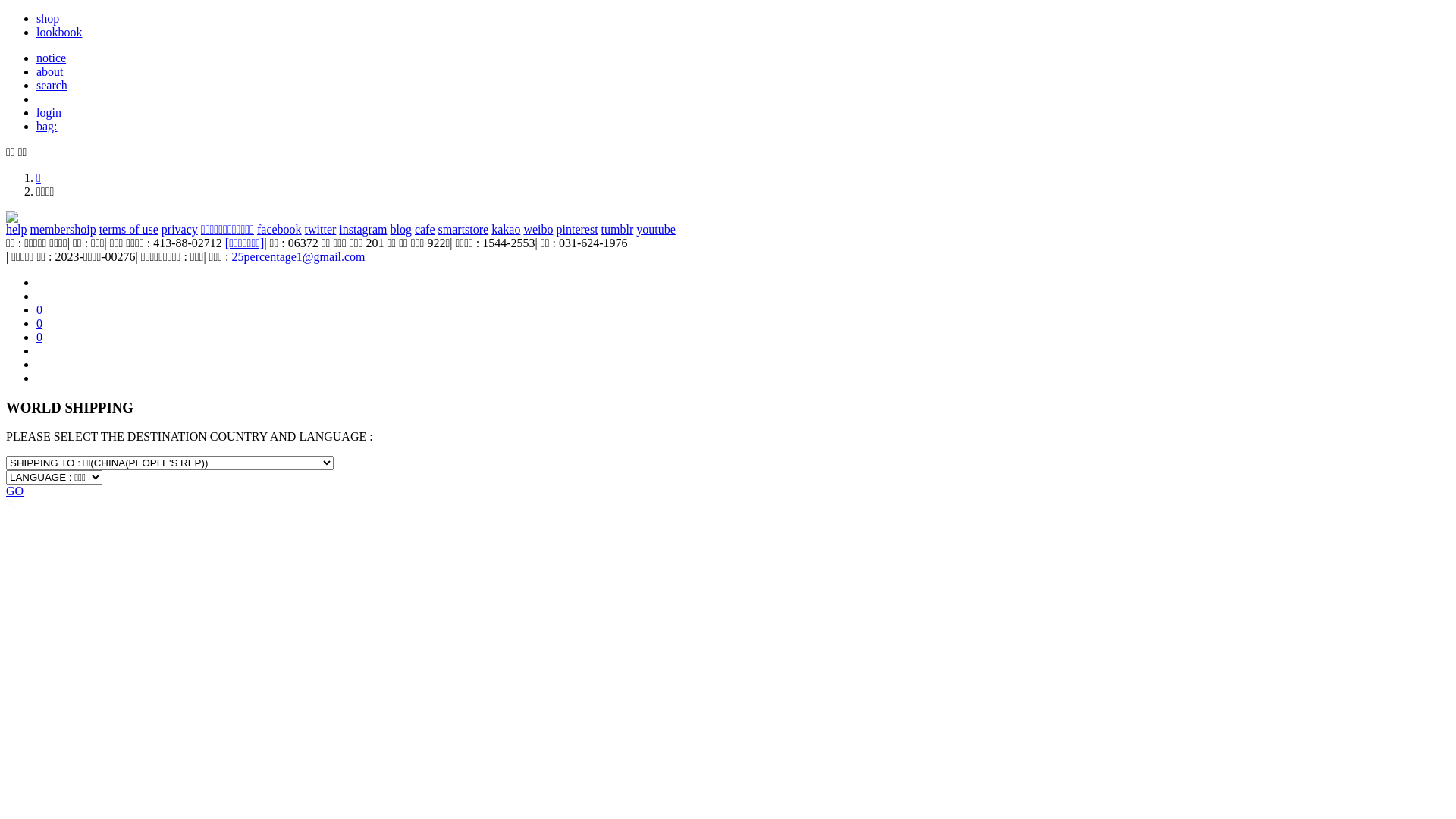 The width and height of the screenshot is (1456, 819). I want to click on '0', so click(39, 322).